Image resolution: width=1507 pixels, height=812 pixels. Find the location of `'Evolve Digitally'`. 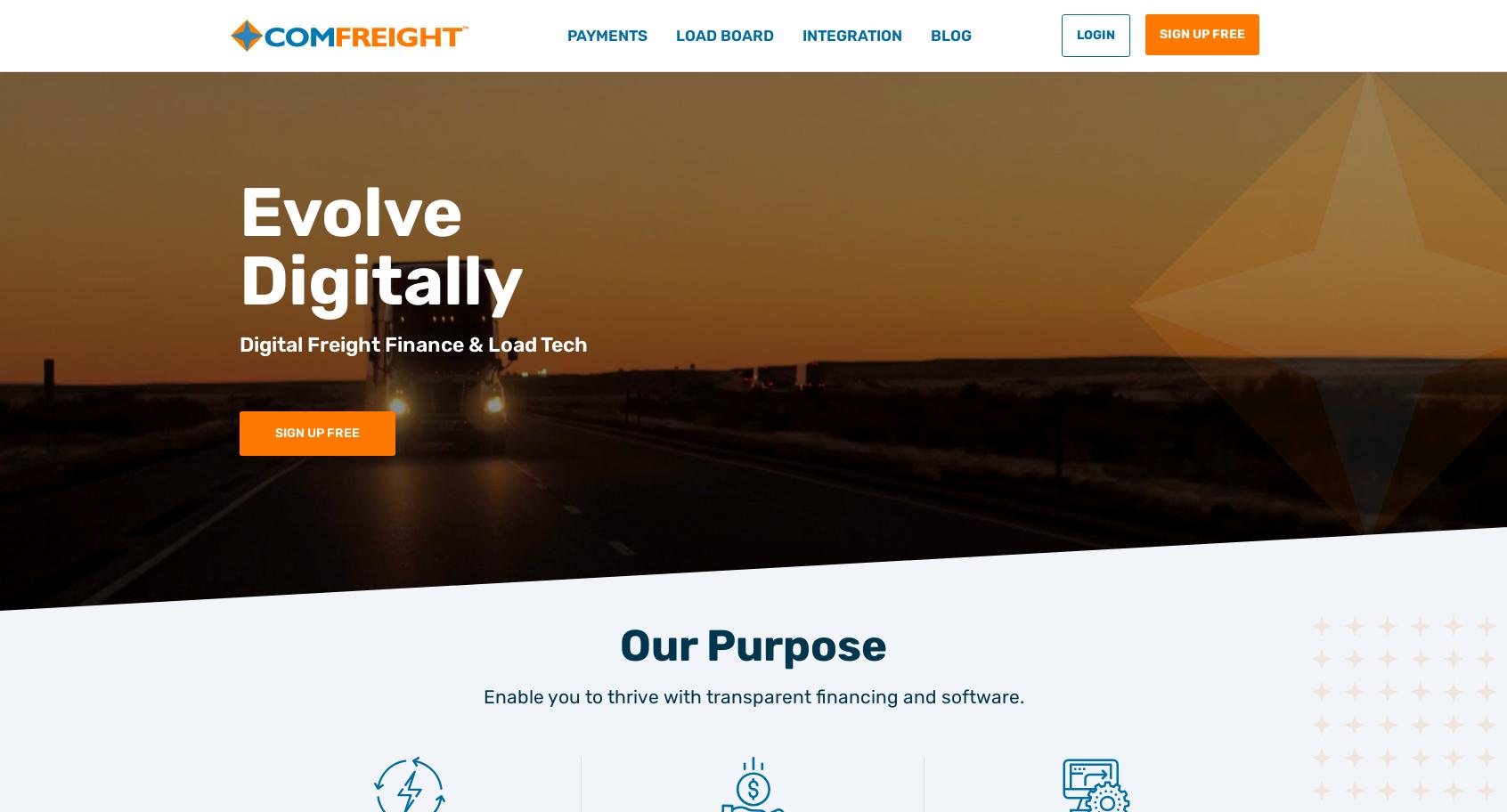

'Evolve Digitally' is located at coordinates (379, 245).